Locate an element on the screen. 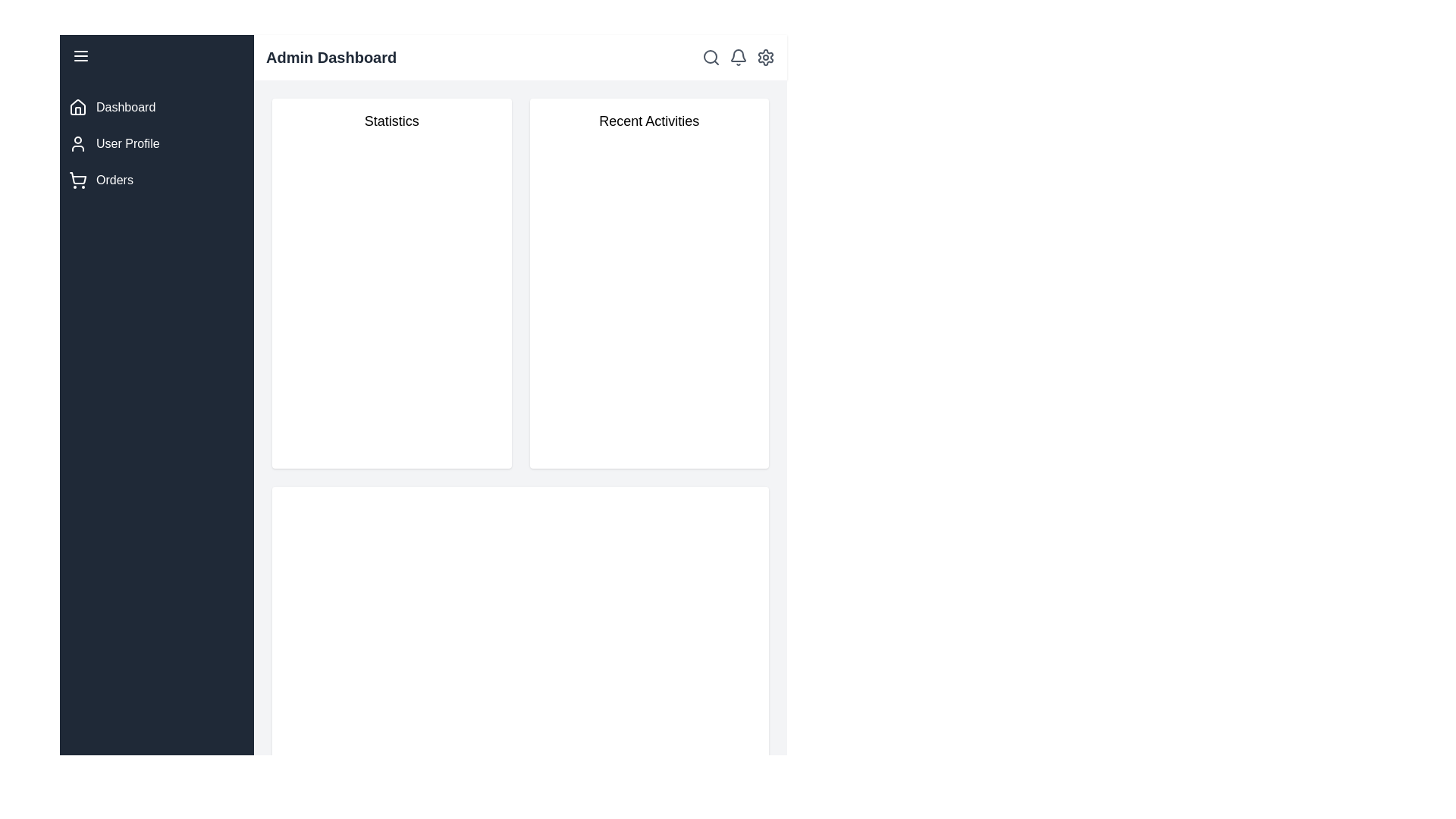 This screenshot has height=819, width=1456. the second item in the vertical list of navigation options, which is likely for accessing the user profile section is located at coordinates (156, 143).